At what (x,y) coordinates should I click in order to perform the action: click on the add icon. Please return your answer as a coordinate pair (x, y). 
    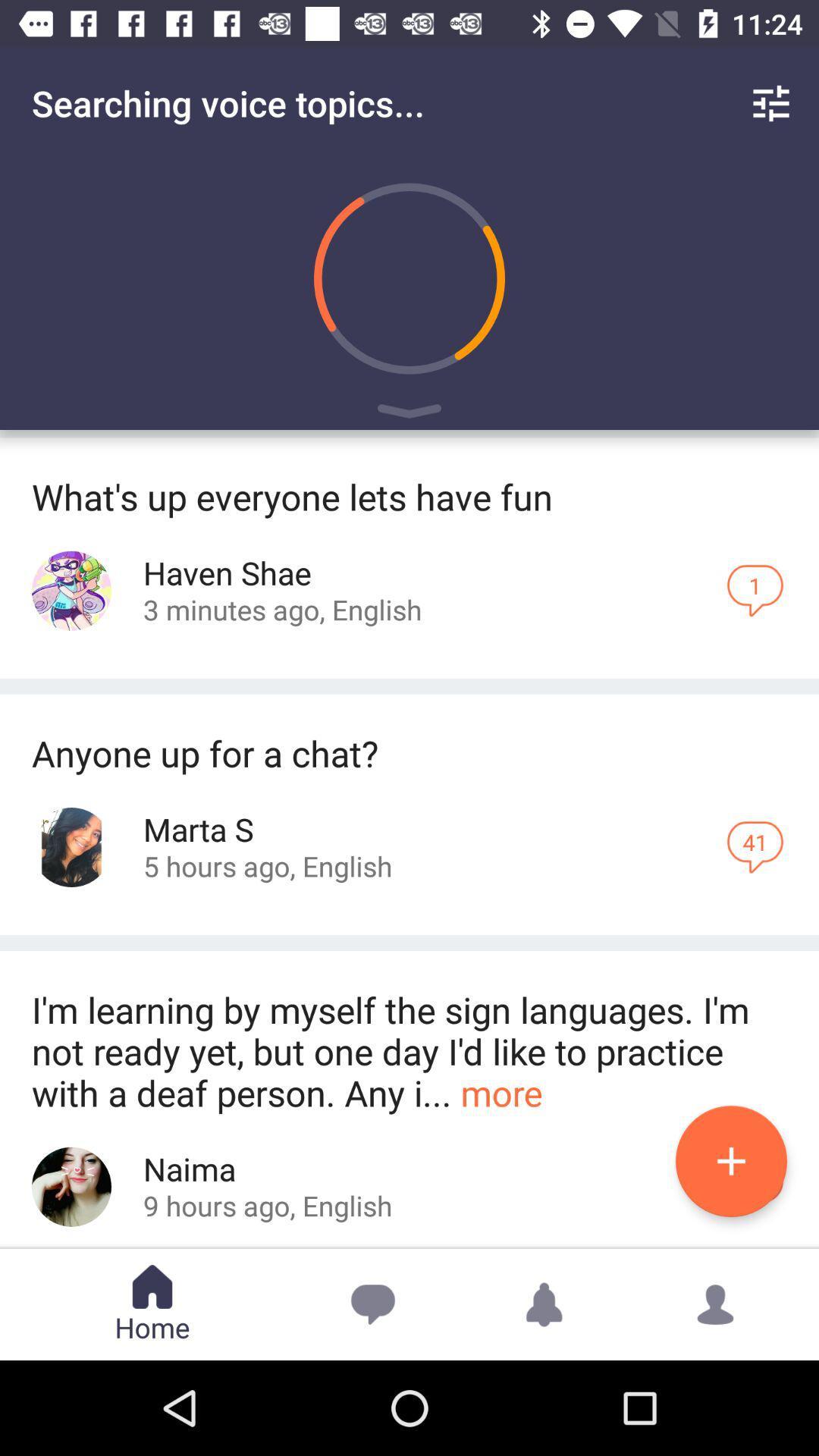
    Looking at the image, I should click on (730, 1160).